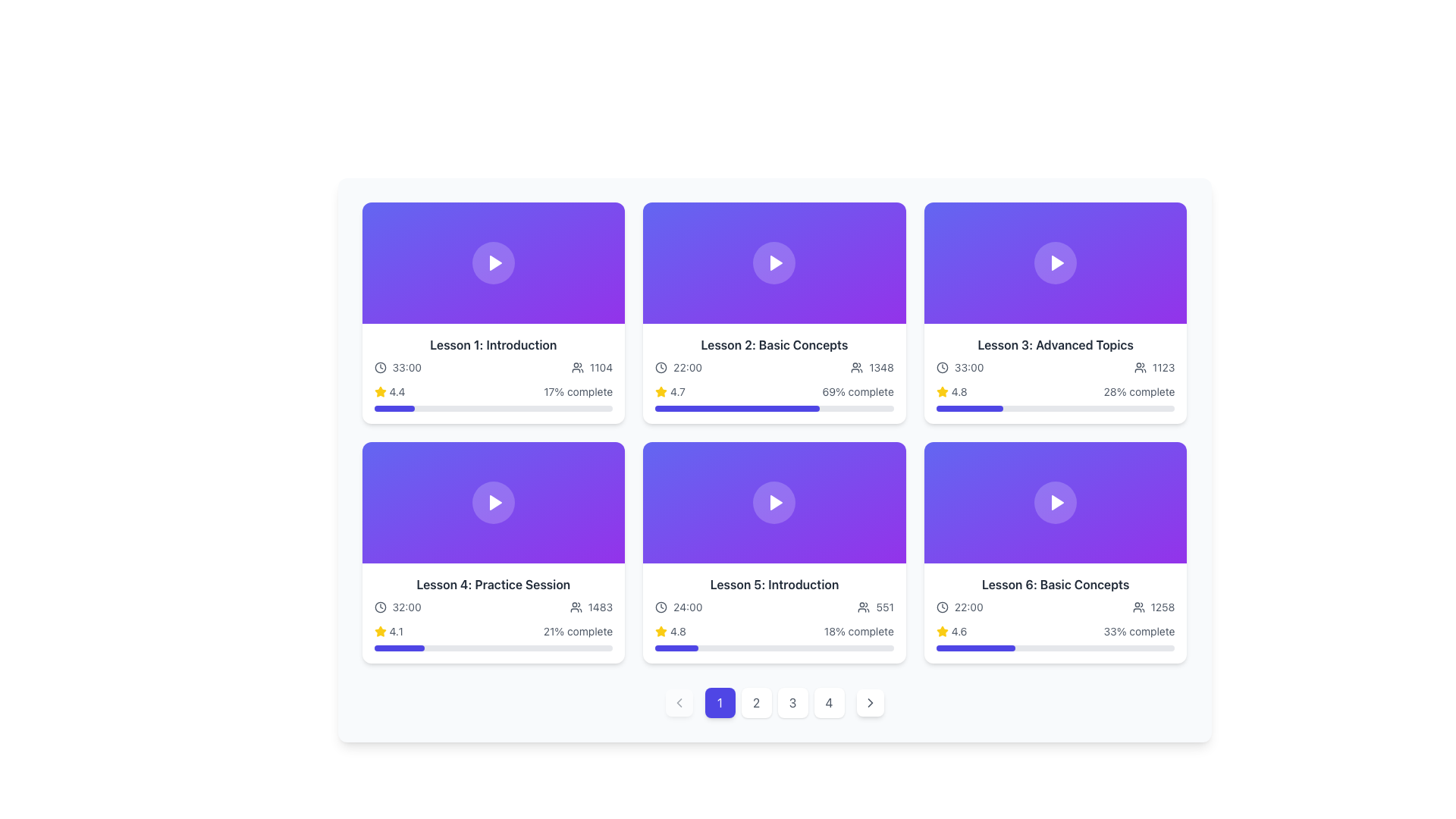  I want to click on displayed average rating value text located to the right of the yellow star icon in the rating section below the title line of the first lesson card in the top-left corner of the grid, so click(397, 391).